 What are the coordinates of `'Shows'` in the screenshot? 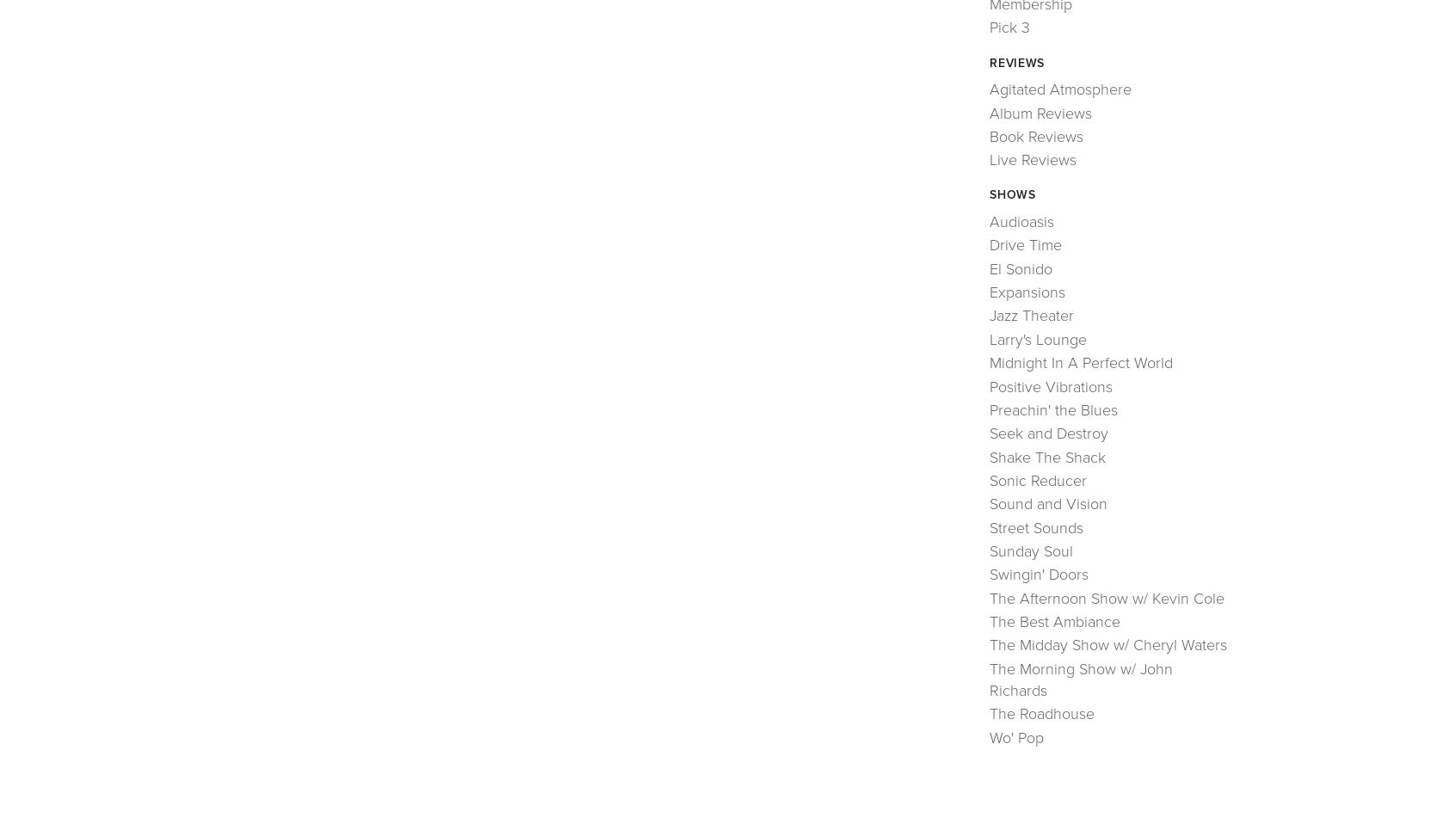 It's located at (1011, 194).